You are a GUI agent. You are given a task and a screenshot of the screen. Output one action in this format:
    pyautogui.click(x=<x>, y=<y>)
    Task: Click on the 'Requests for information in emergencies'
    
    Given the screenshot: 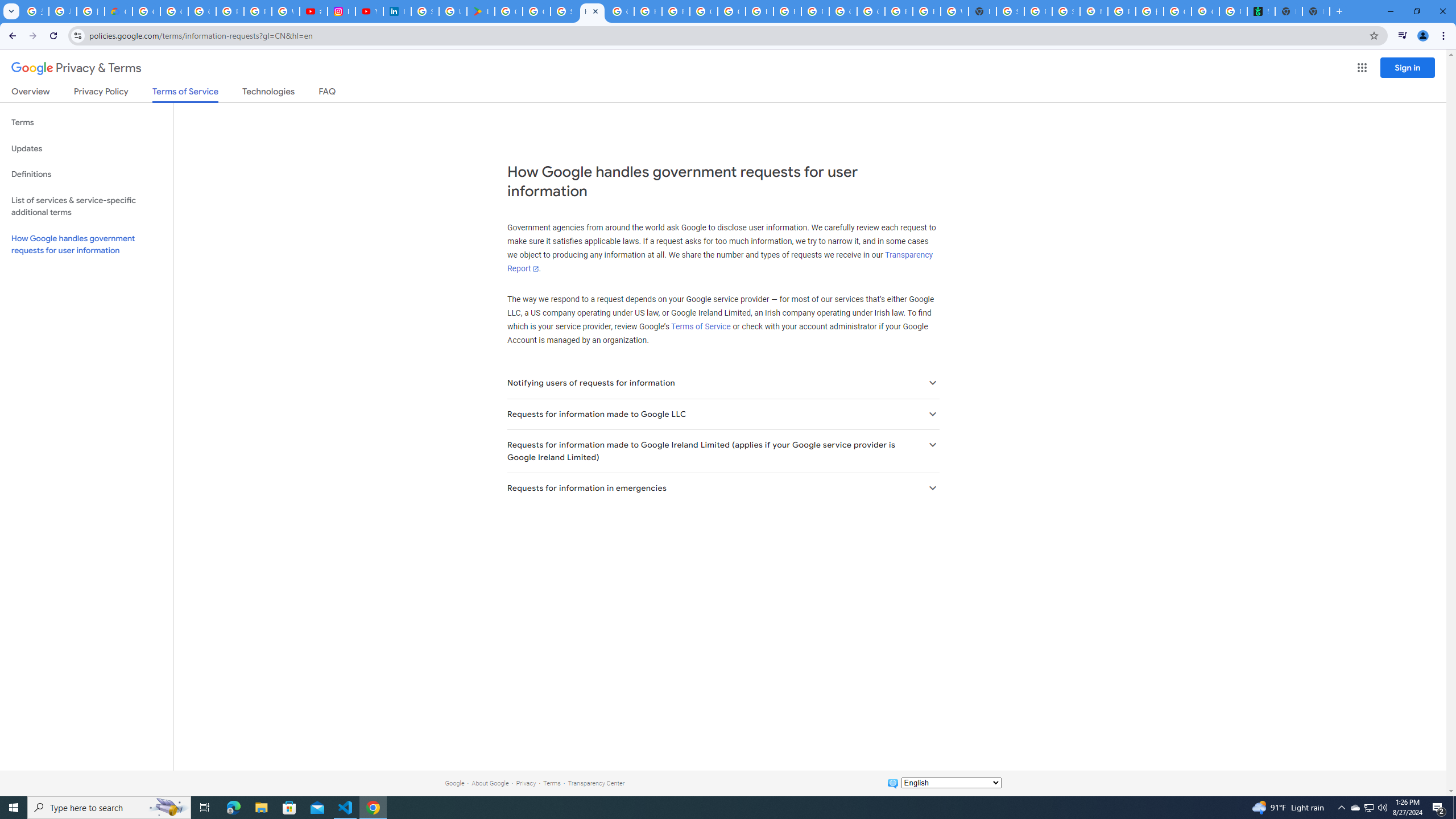 What is the action you would take?
    pyautogui.click(x=723, y=487)
    